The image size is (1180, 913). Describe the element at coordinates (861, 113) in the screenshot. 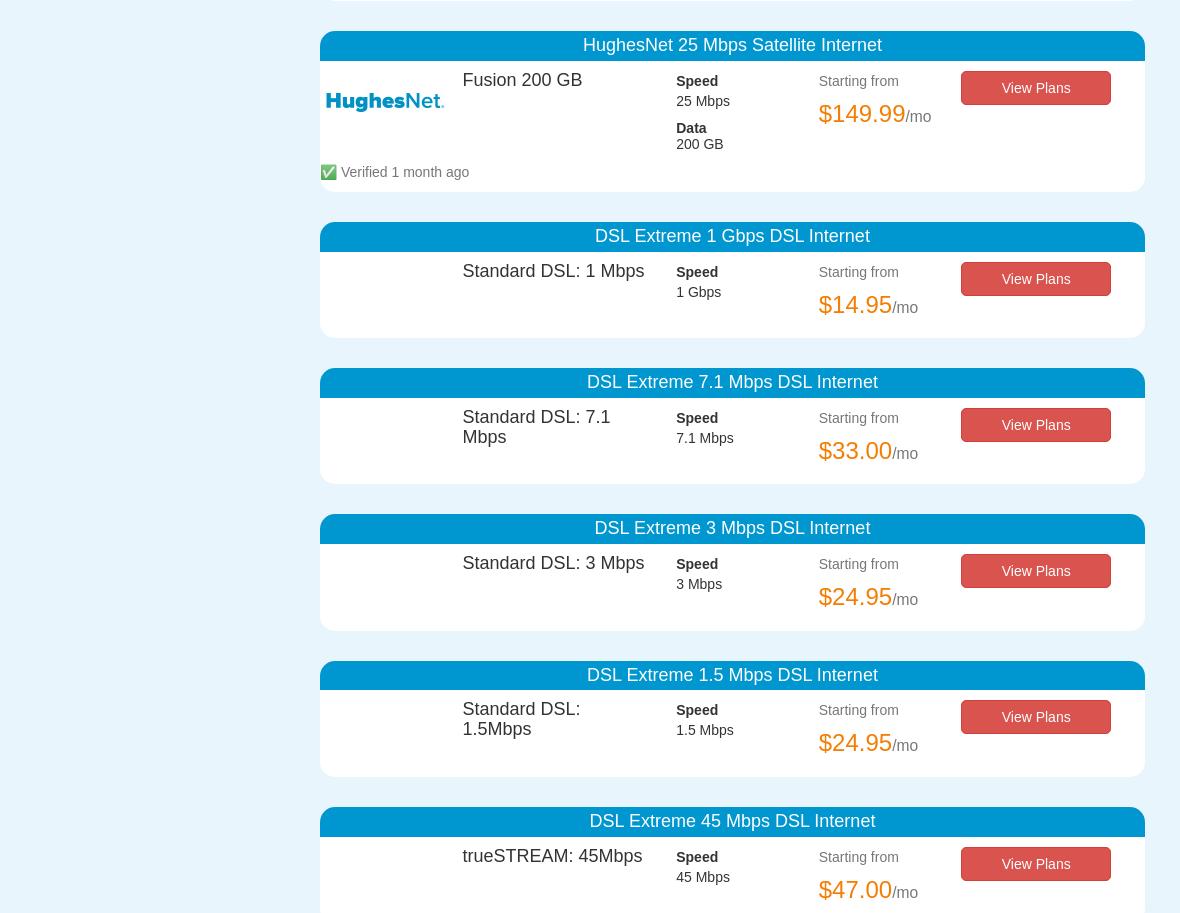

I see `'$149.99'` at that location.